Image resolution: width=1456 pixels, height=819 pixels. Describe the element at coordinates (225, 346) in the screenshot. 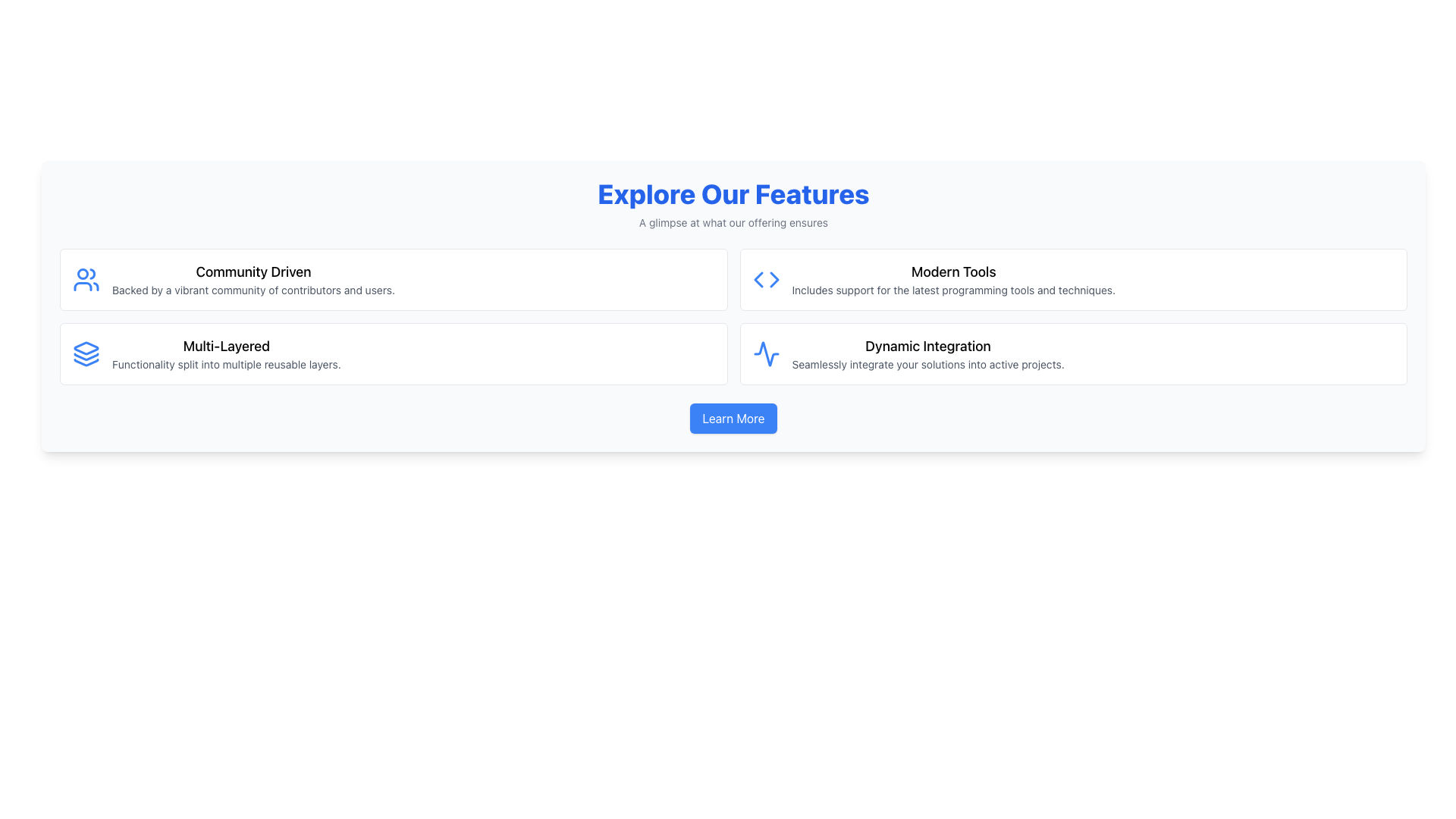

I see `the 'Multi-Layered' text label, which serves as a title for the information block describing its features, located below 'Community Driven' and to the left of 'Modern Tools'` at that location.